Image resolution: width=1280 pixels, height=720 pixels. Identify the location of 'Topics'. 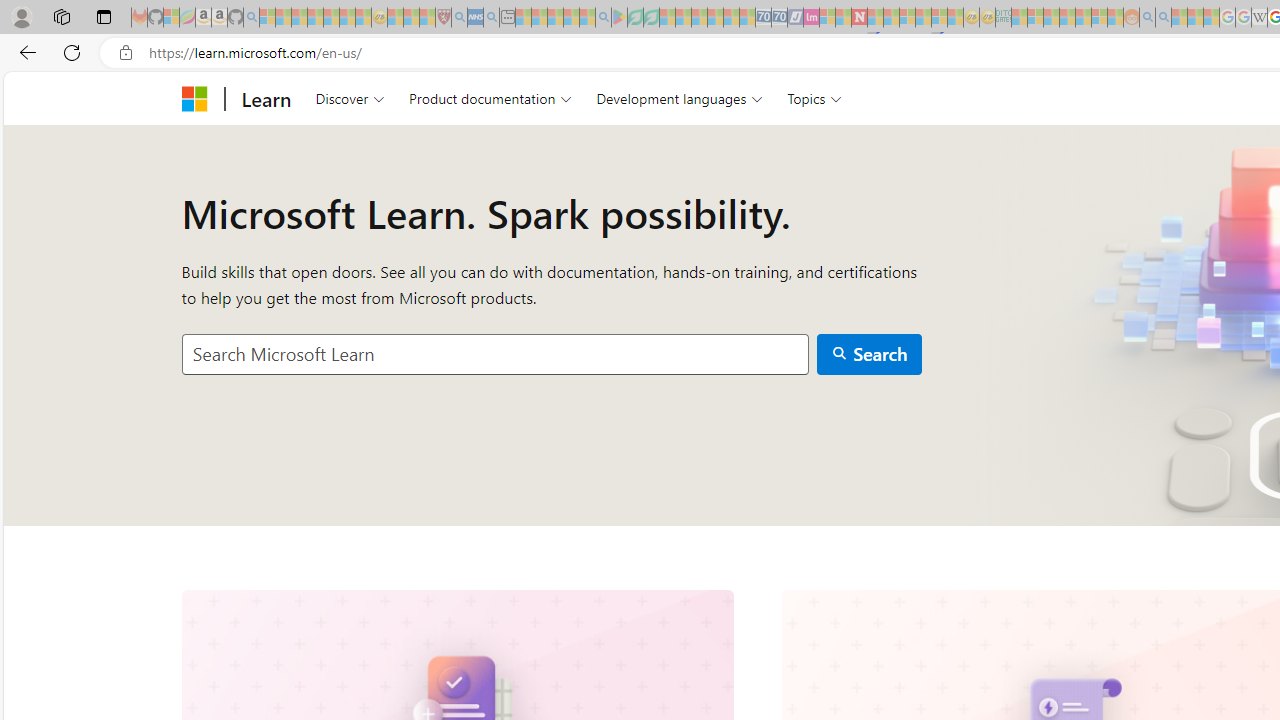
(815, 98).